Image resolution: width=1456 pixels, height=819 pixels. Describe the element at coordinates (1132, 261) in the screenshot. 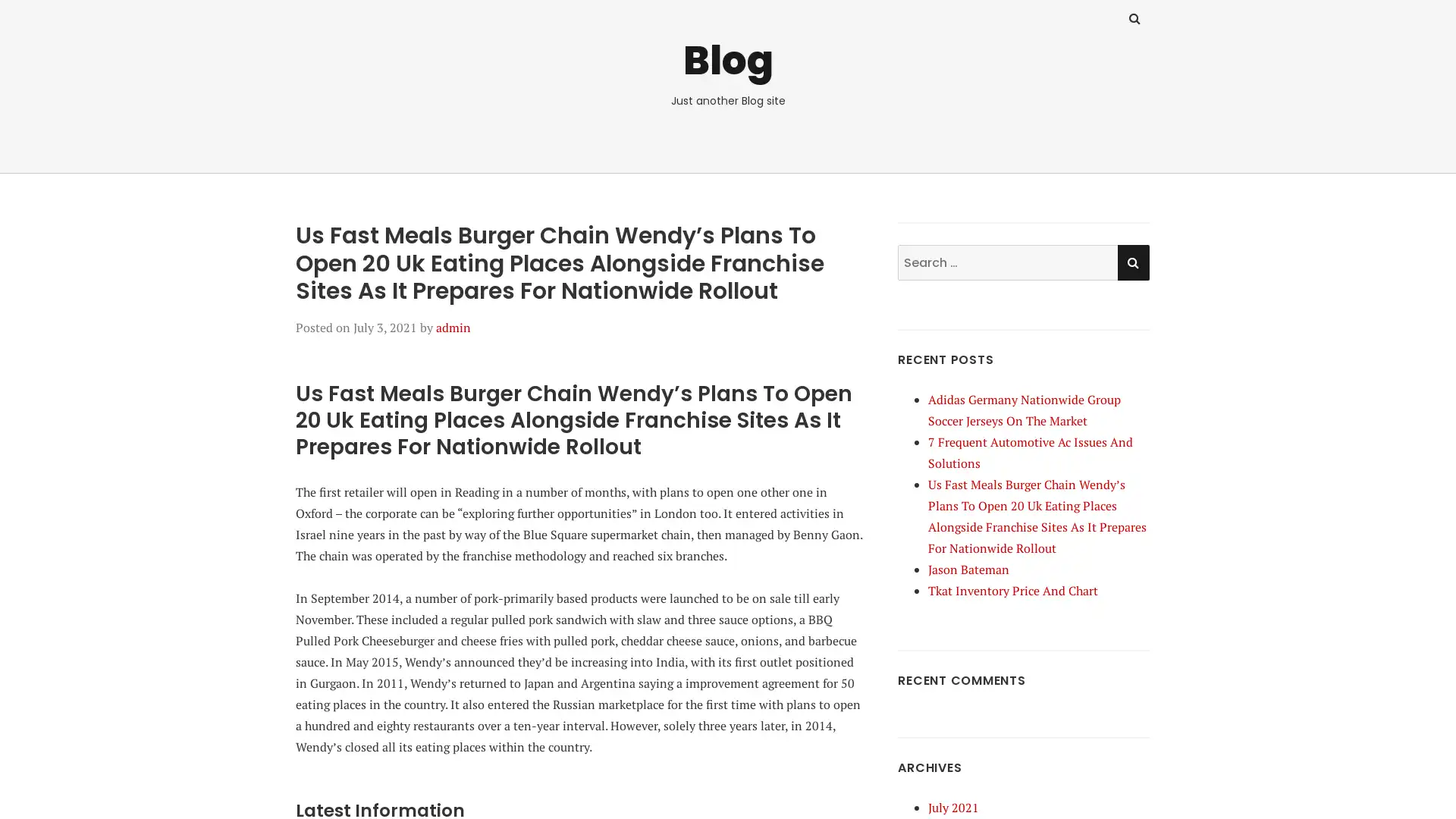

I see `SEARCH` at that location.